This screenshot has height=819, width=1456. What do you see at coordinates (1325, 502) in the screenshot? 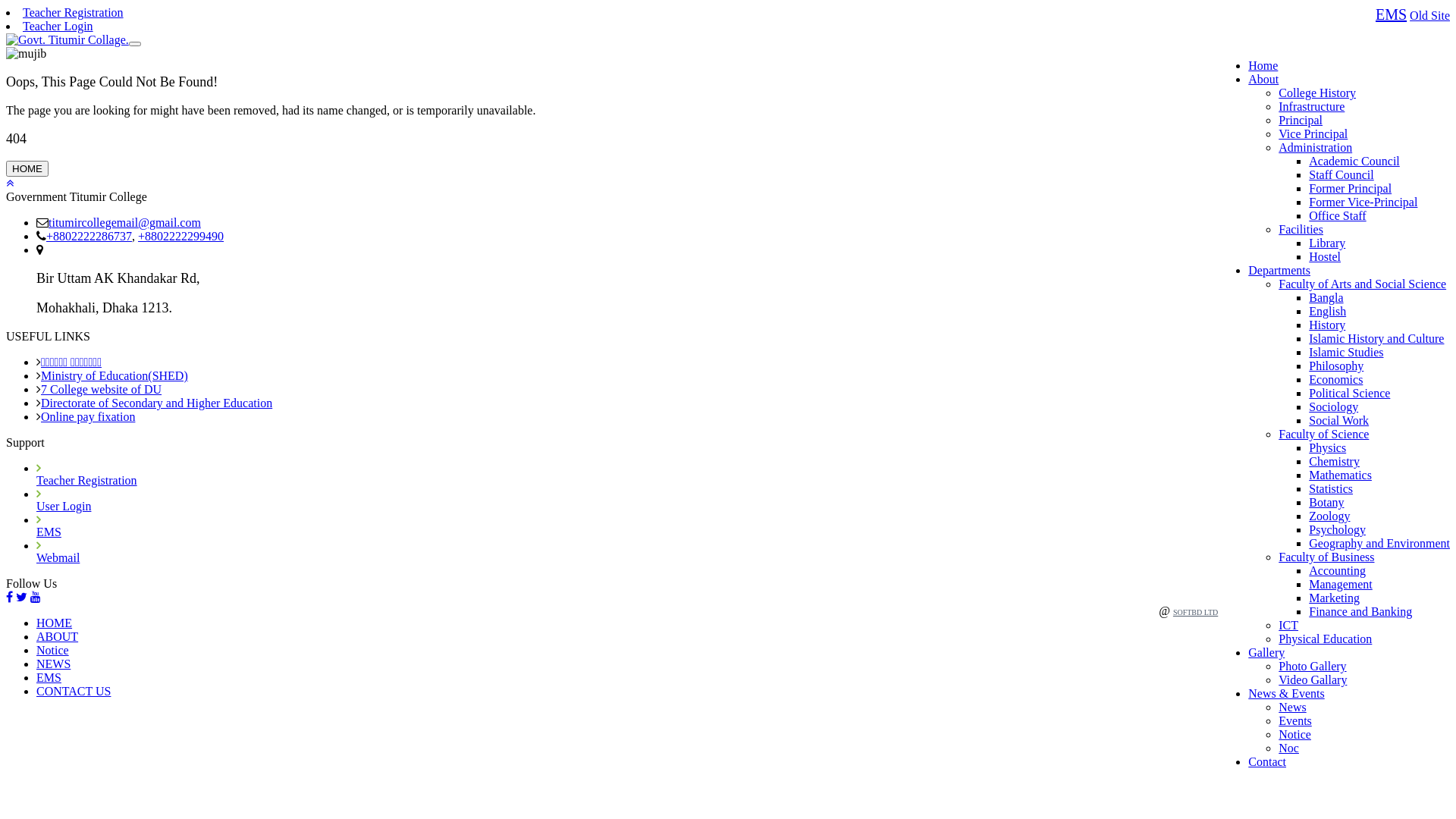
I see `'Botany'` at bounding box center [1325, 502].